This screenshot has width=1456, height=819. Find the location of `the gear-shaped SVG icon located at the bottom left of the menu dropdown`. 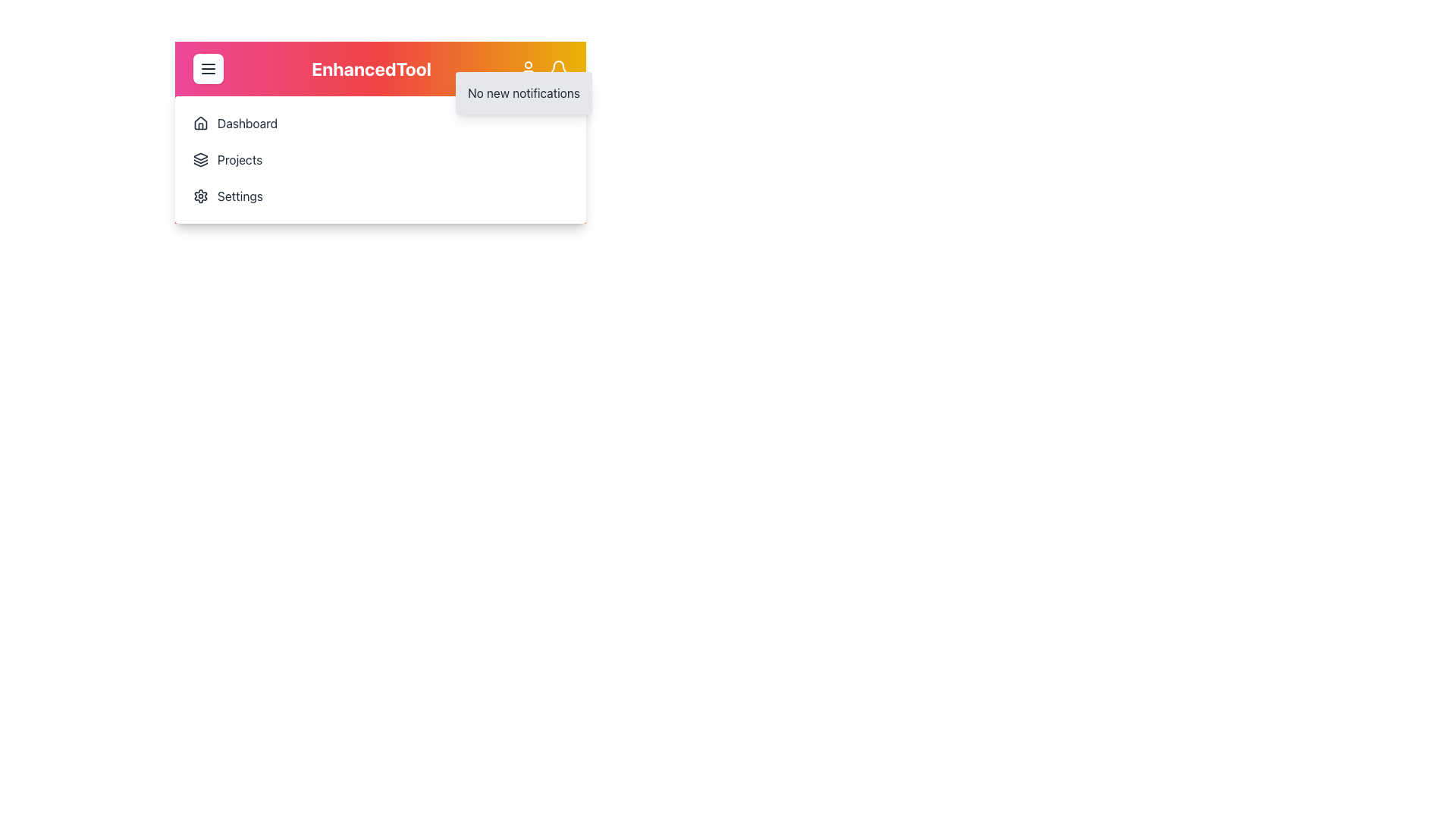

the gear-shaped SVG icon located at the bottom left of the menu dropdown is located at coordinates (199, 195).